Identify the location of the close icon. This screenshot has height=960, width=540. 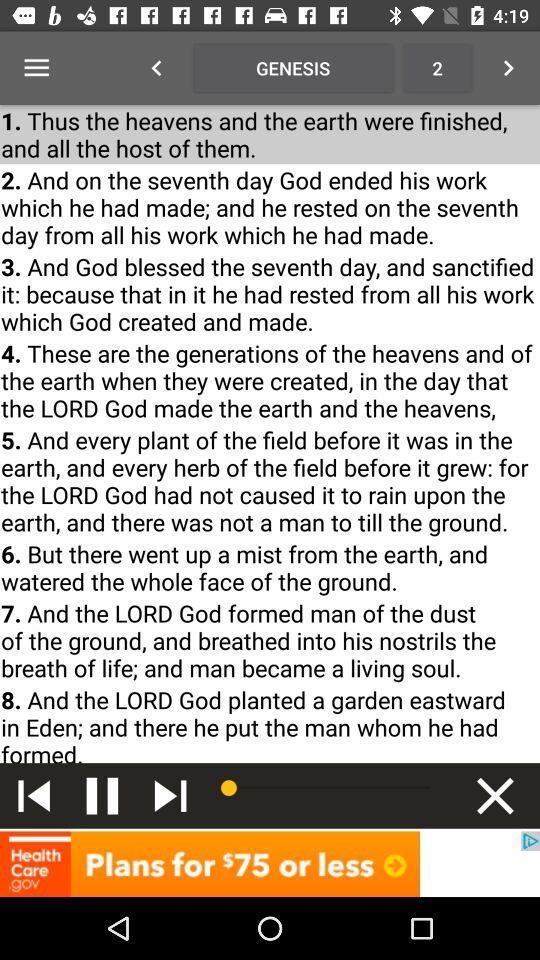
(494, 795).